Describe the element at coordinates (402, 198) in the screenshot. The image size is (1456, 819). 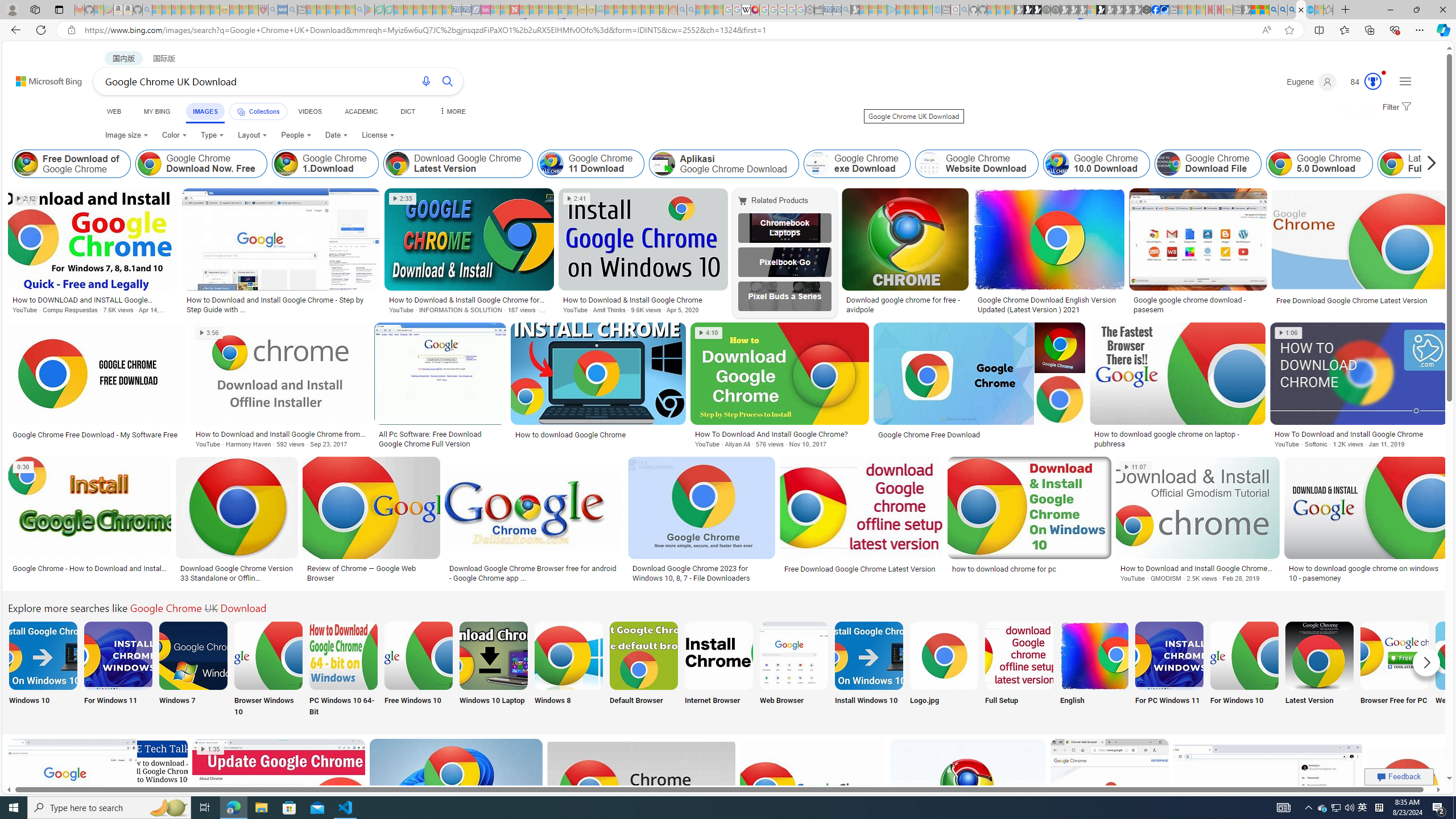
I see `'2:33'` at that location.